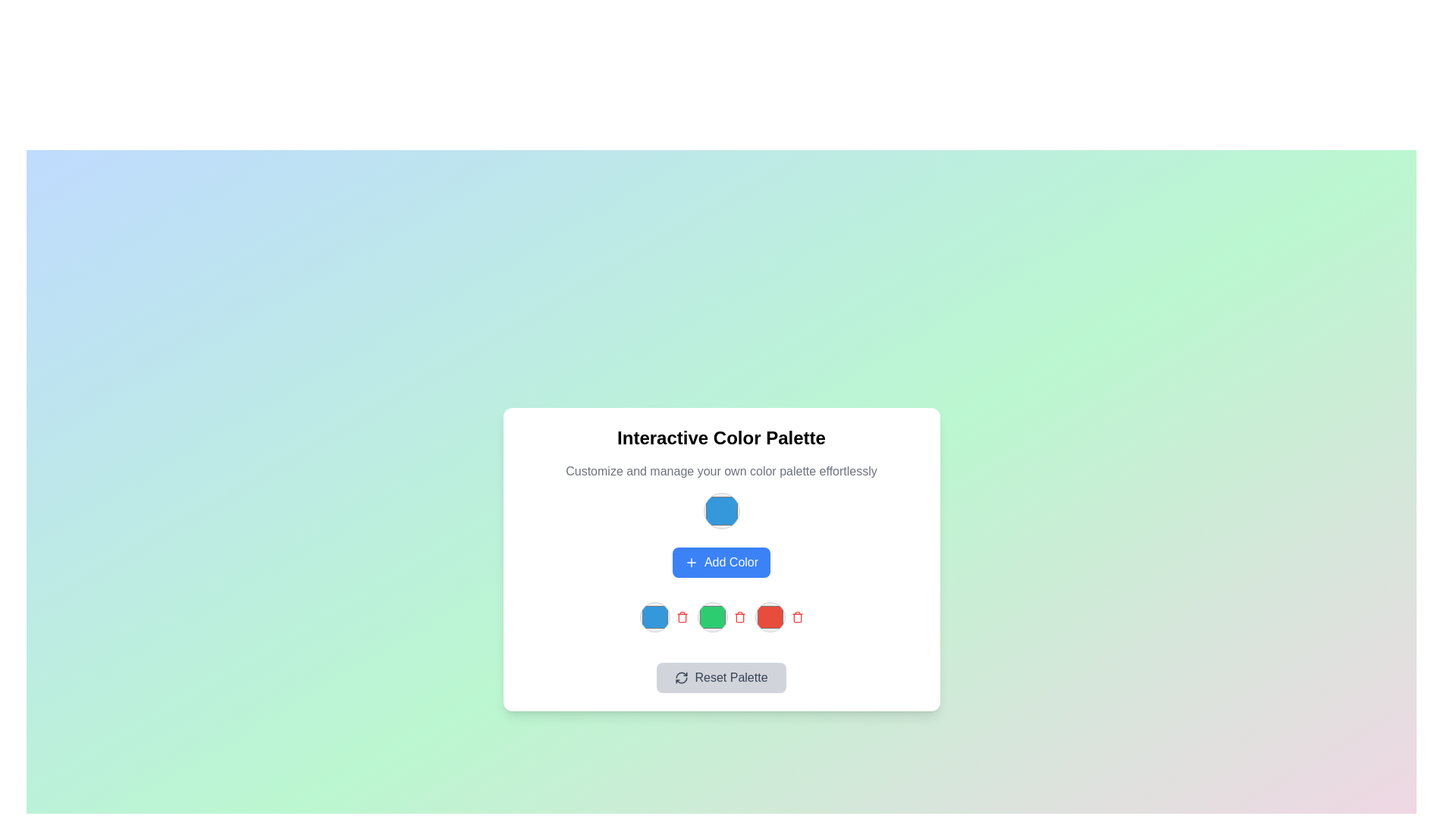 The image size is (1456, 819). Describe the element at coordinates (720, 562) in the screenshot. I see `the rectangular 'Add Color' button with a blue background and white text located below the circular color display` at that location.